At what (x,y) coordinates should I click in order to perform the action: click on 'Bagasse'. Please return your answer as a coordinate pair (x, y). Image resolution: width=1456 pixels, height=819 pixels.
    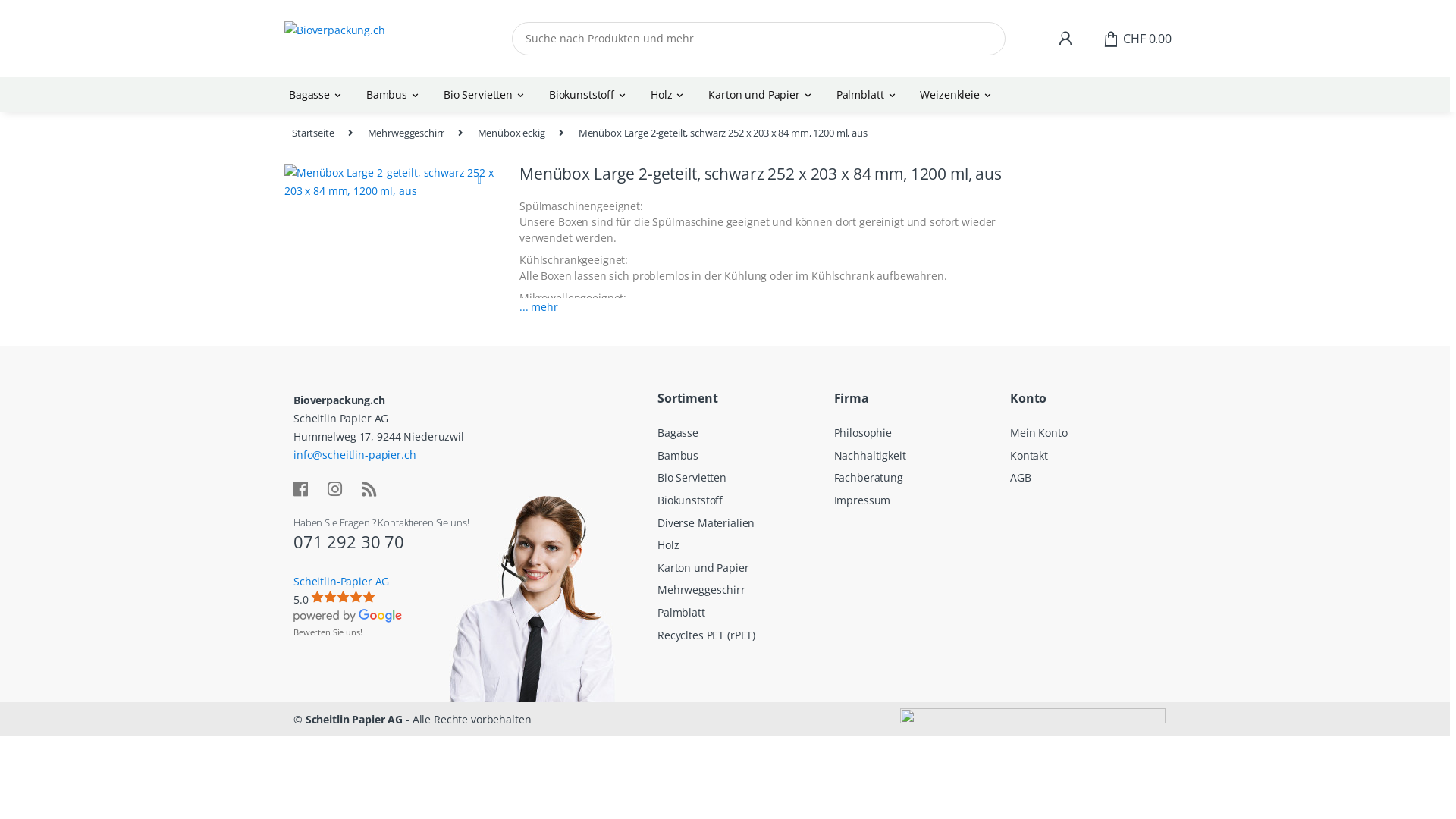
    Looking at the image, I should click on (315, 94).